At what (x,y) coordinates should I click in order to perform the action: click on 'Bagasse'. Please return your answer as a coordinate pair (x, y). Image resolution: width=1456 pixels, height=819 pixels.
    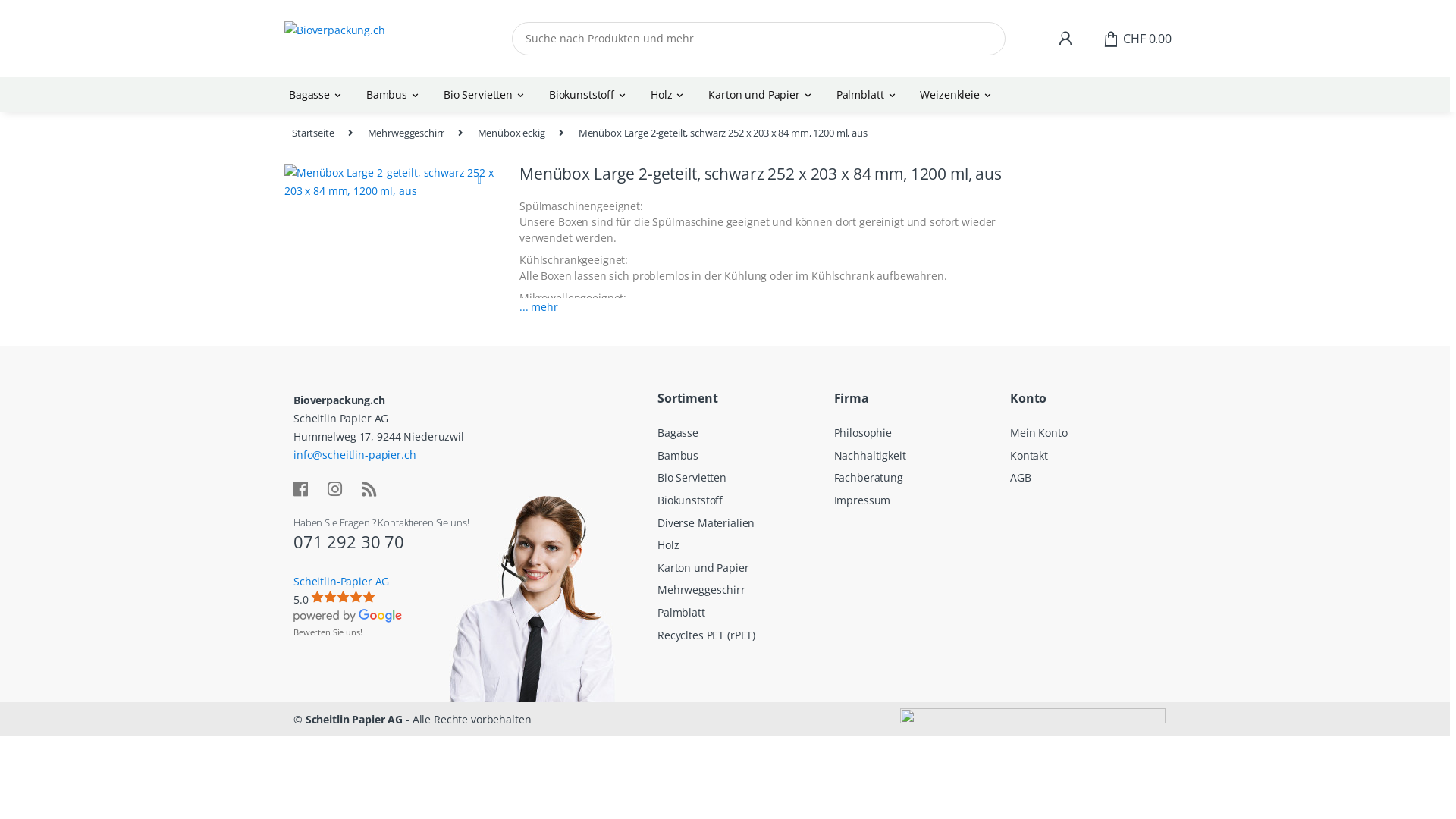
    Looking at the image, I should click on (315, 94).